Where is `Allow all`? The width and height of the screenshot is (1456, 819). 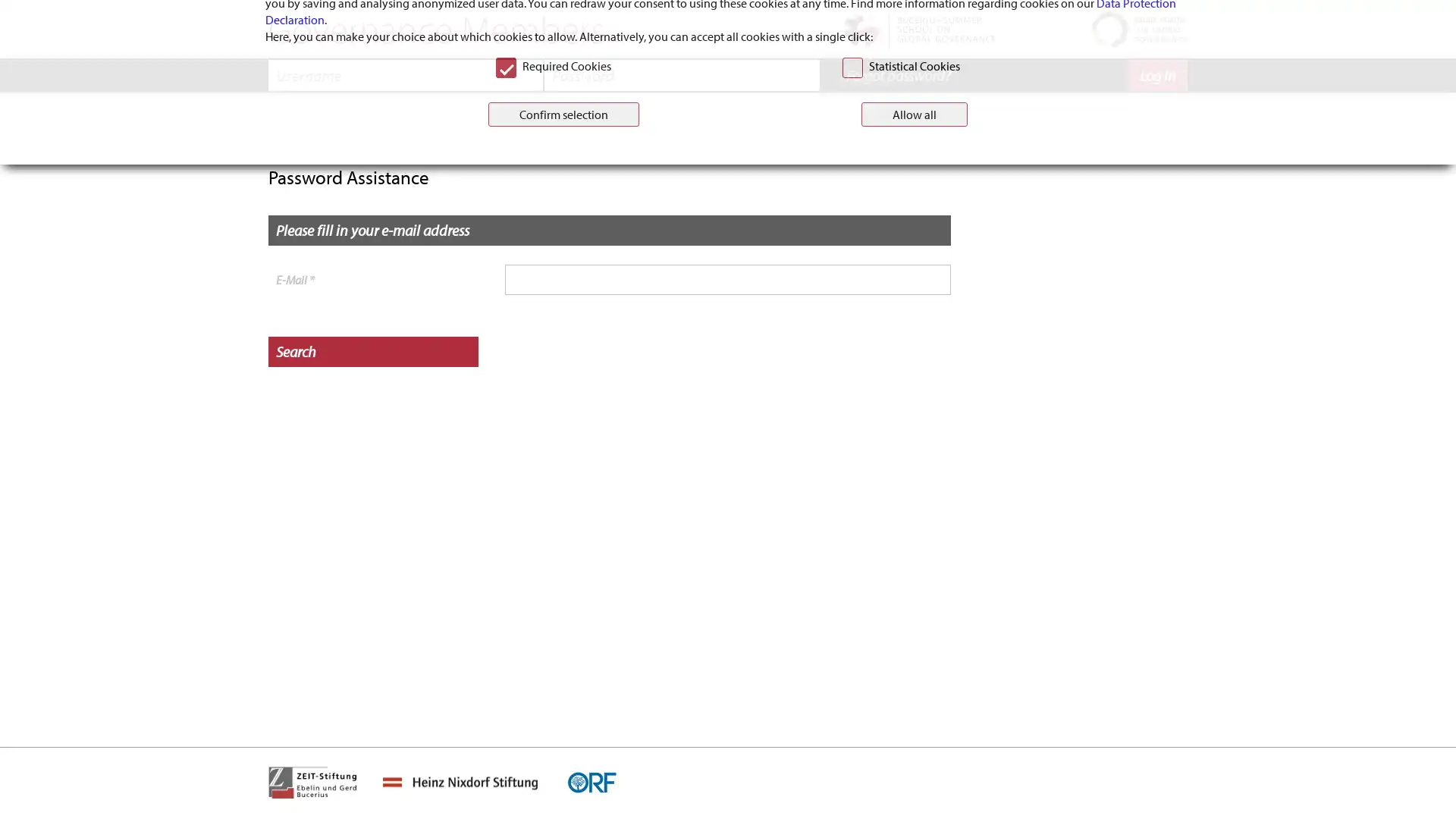 Allow all is located at coordinates (913, 482).